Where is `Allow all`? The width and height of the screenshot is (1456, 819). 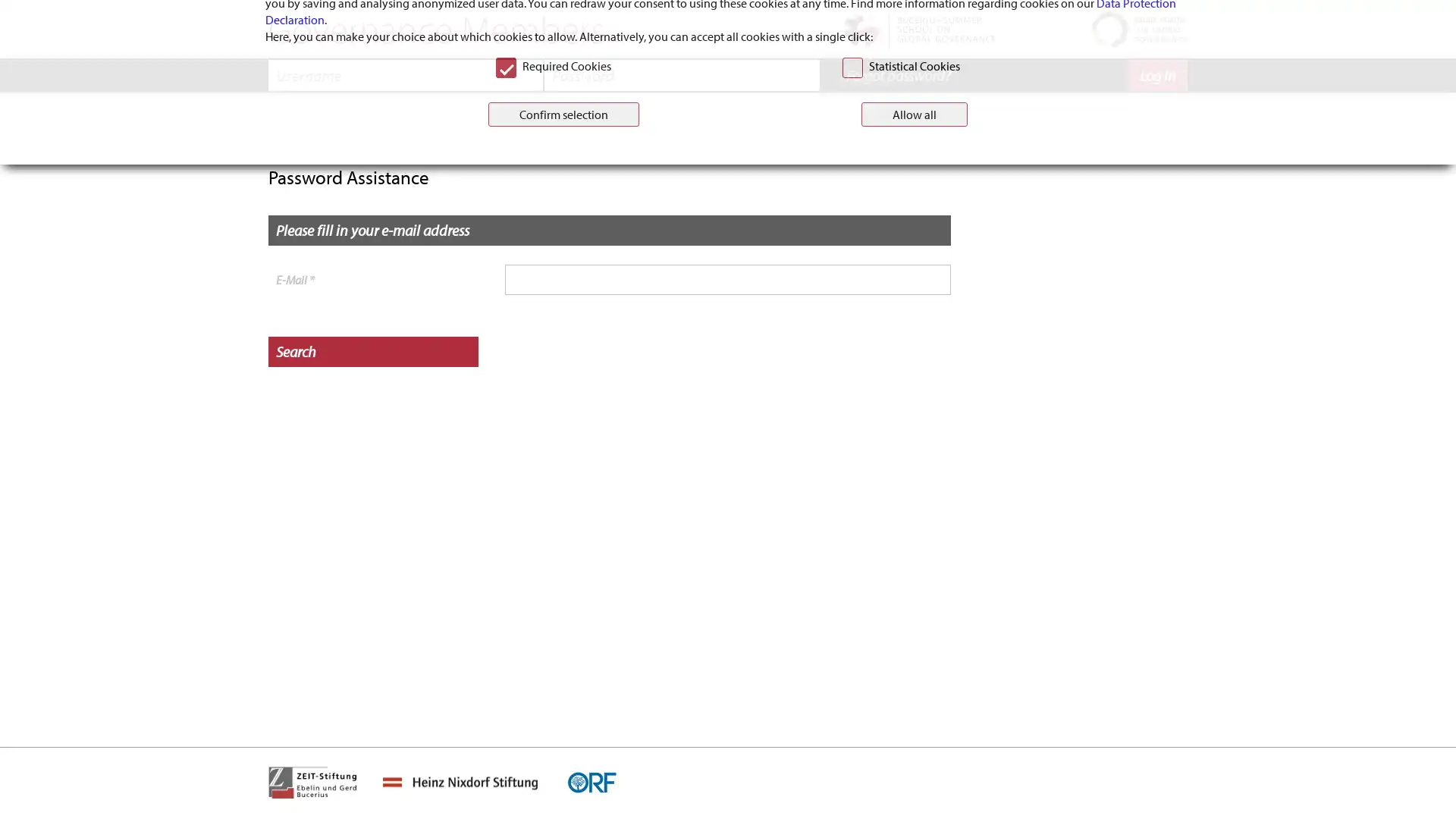 Allow all is located at coordinates (913, 482).